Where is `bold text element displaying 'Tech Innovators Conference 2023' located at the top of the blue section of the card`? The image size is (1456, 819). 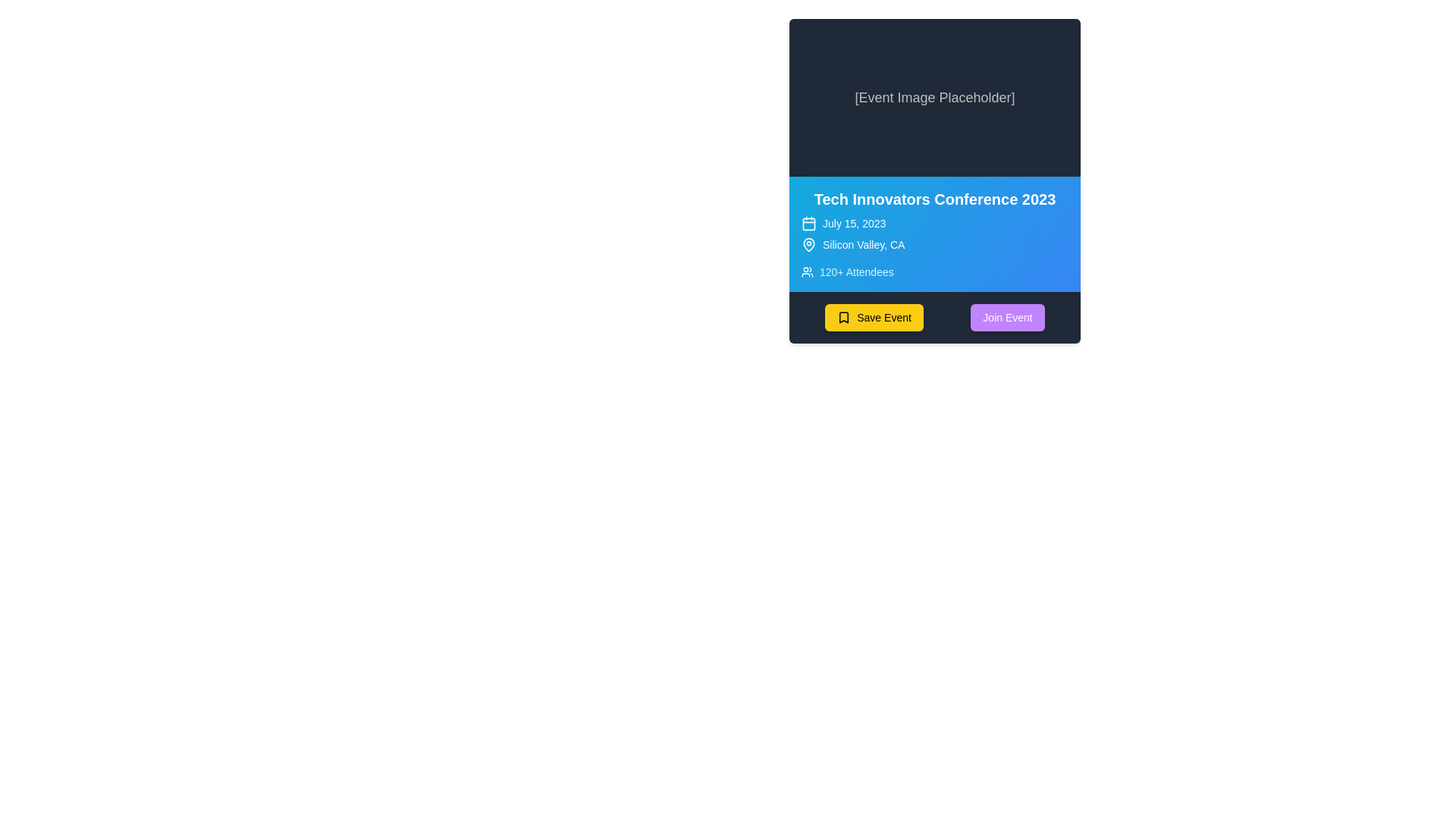
bold text element displaying 'Tech Innovators Conference 2023' located at the top of the blue section of the card is located at coordinates (934, 198).